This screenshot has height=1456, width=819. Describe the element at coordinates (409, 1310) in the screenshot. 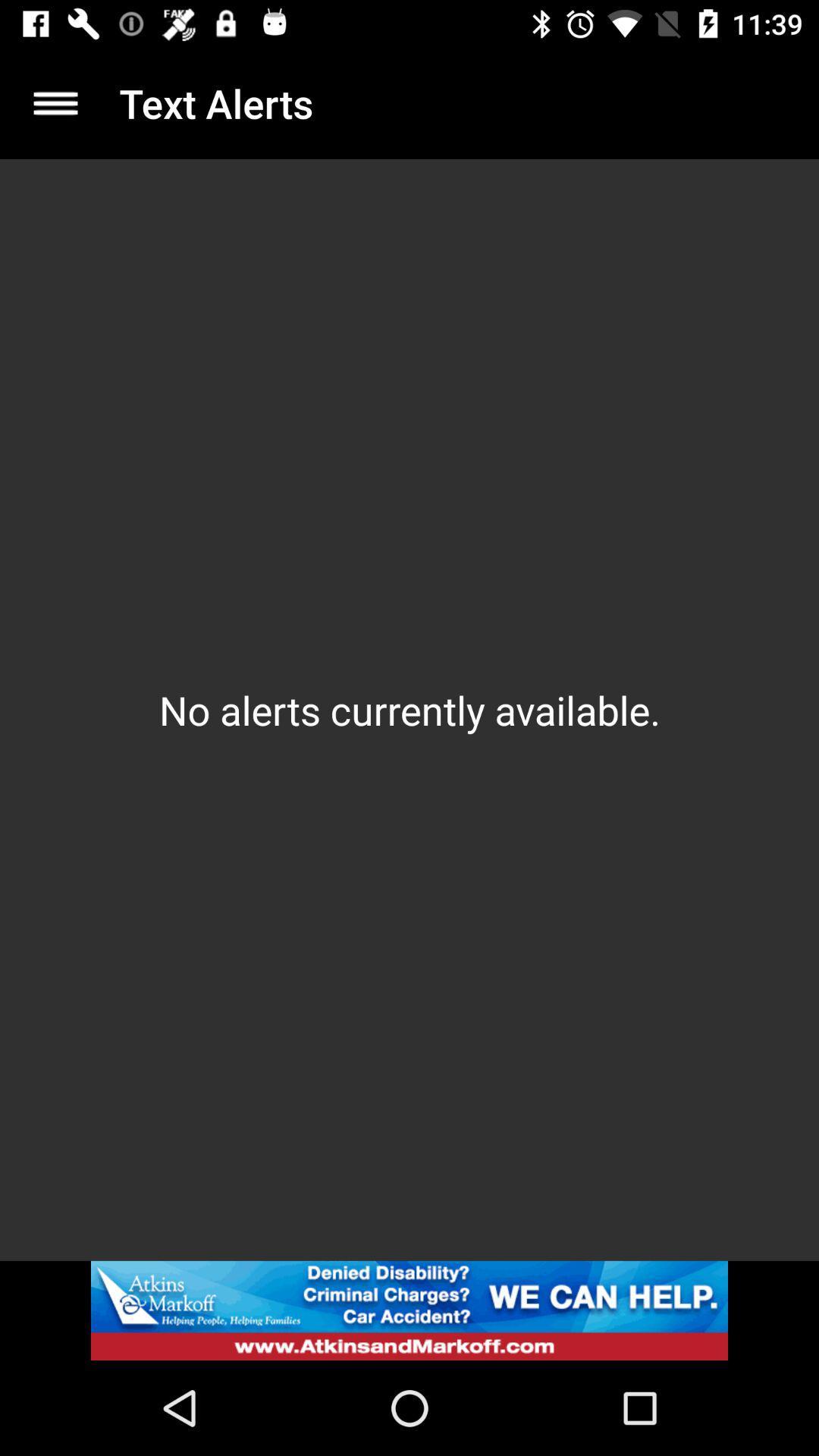

I see `click advertisement` at that location.